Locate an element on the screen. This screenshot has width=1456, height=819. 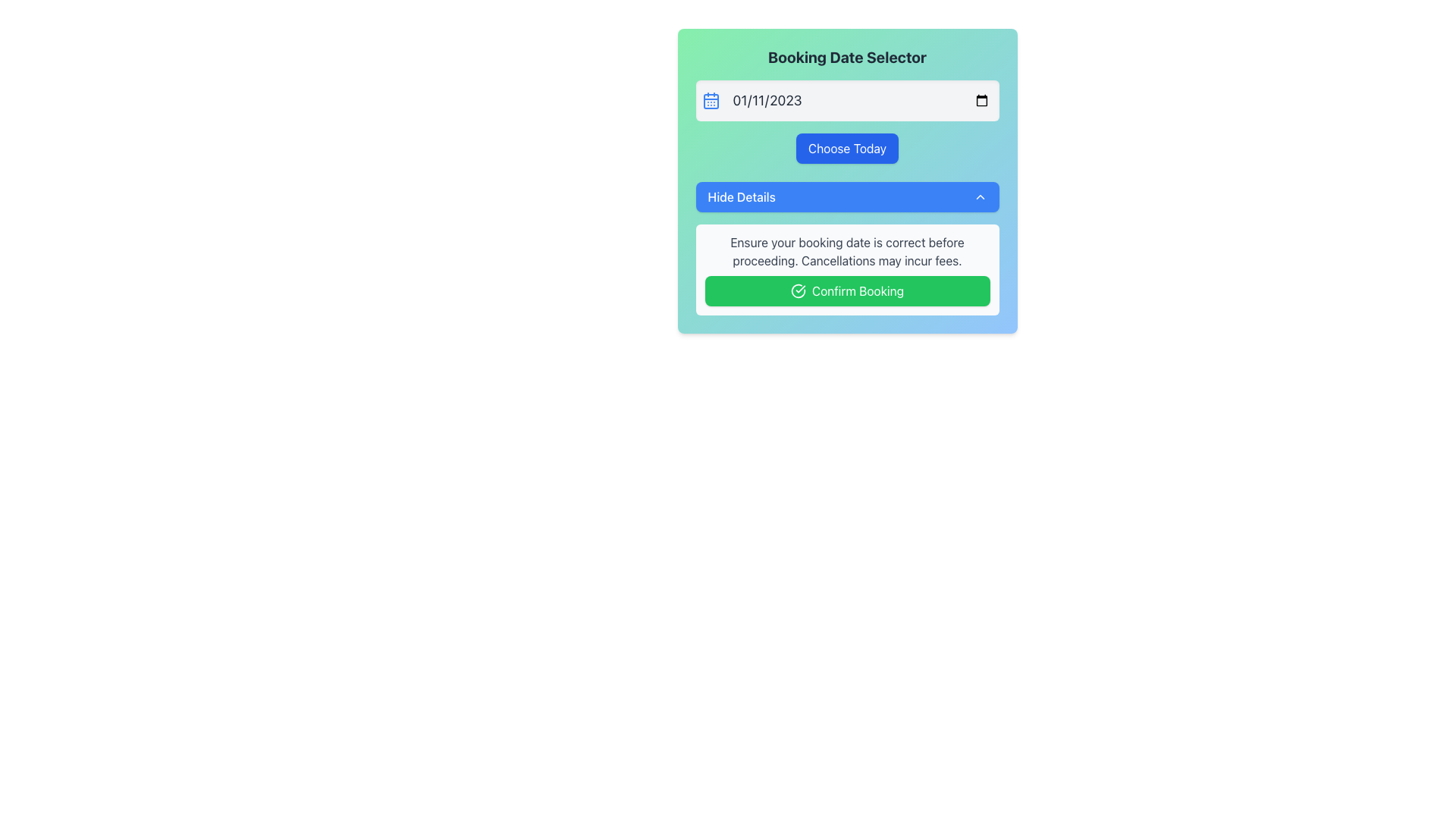
the button located directly below the 'Choose Today' button is located at coordinates (846, 196).